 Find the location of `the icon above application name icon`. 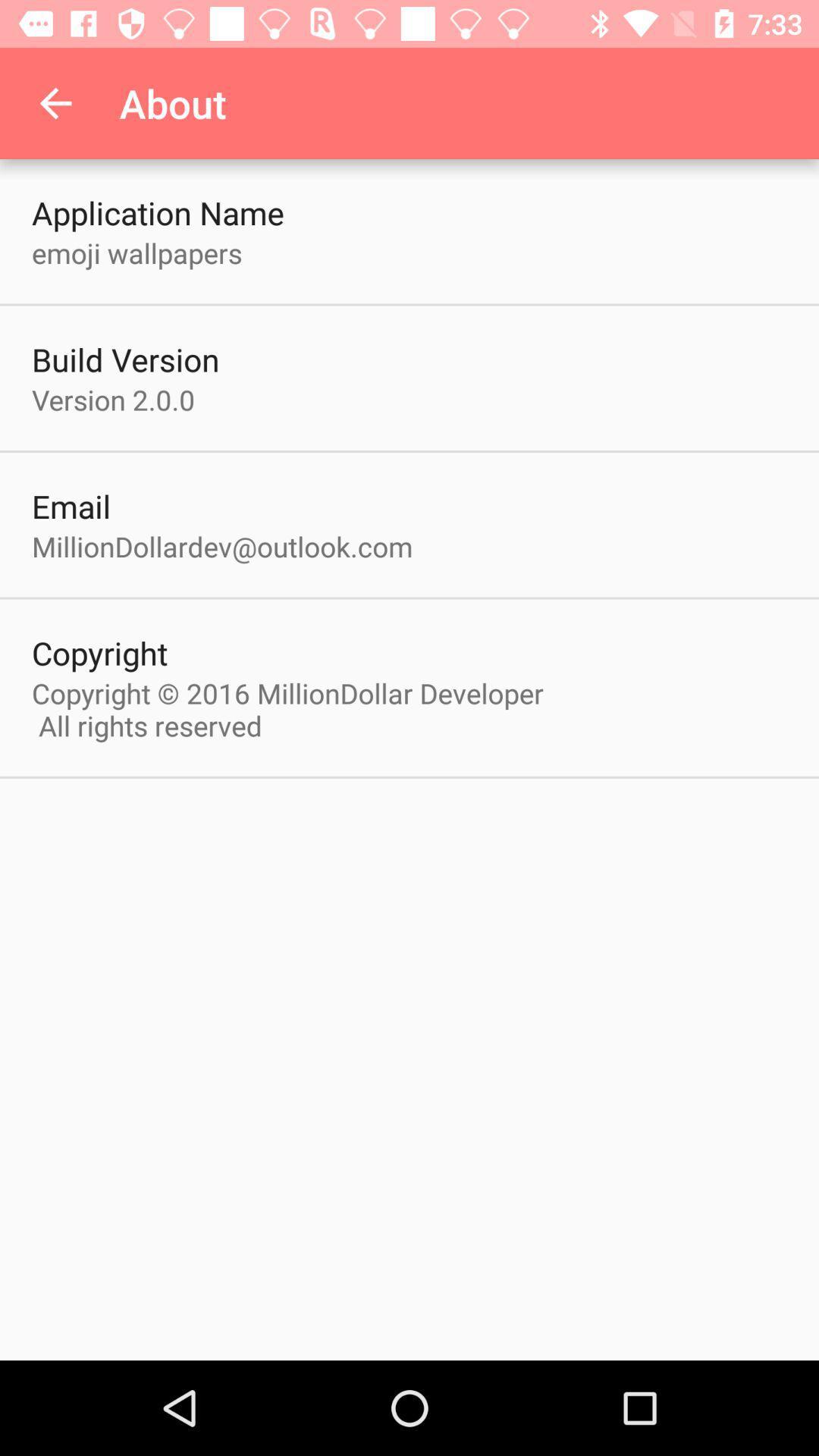

the icon above application name icon is located at coordinates (55, 102).